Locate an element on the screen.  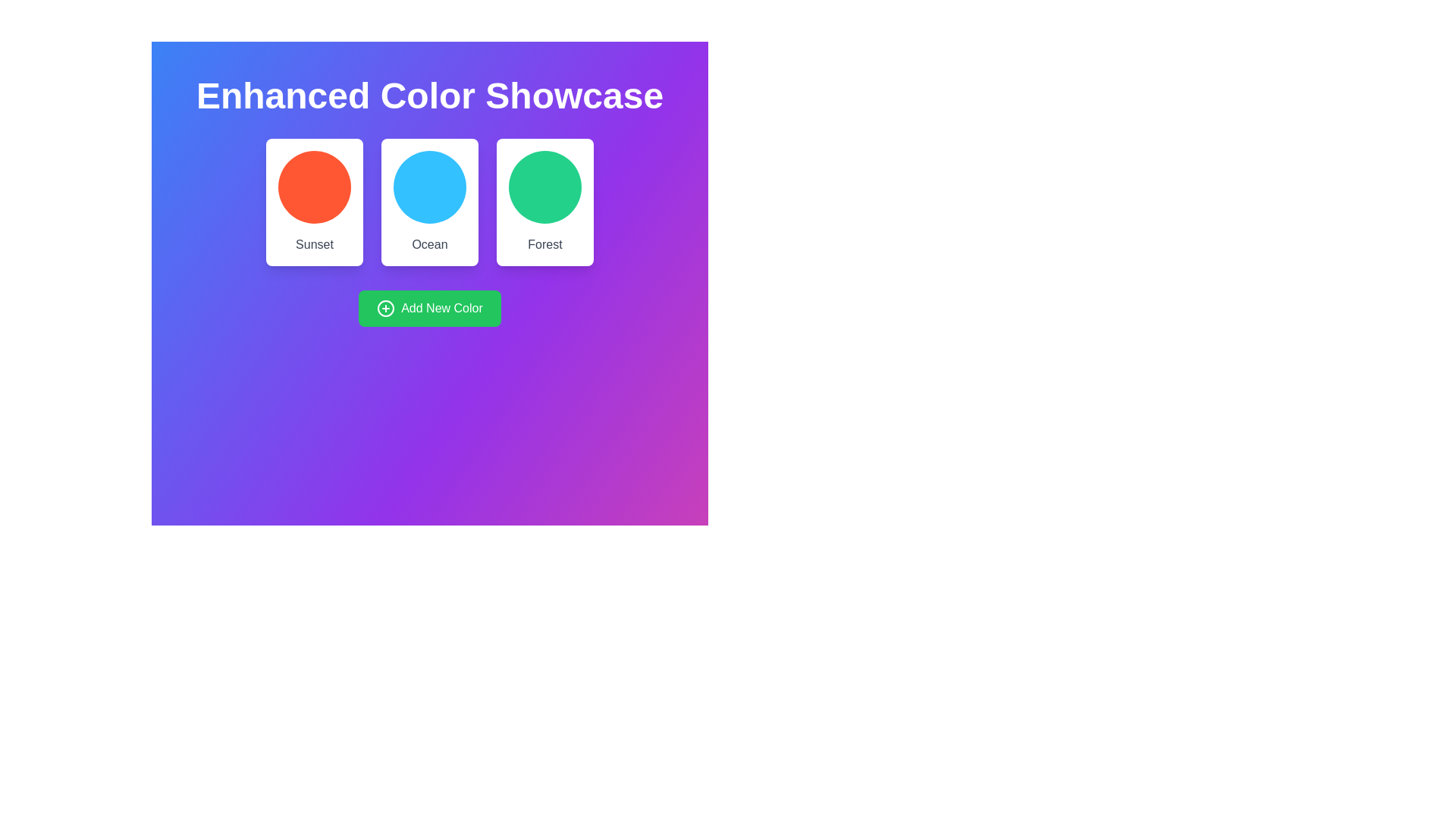
the text label displaying 'Sunset', which is positioned below a circular orange graphic within a white card is located at coordinates (313, 244).